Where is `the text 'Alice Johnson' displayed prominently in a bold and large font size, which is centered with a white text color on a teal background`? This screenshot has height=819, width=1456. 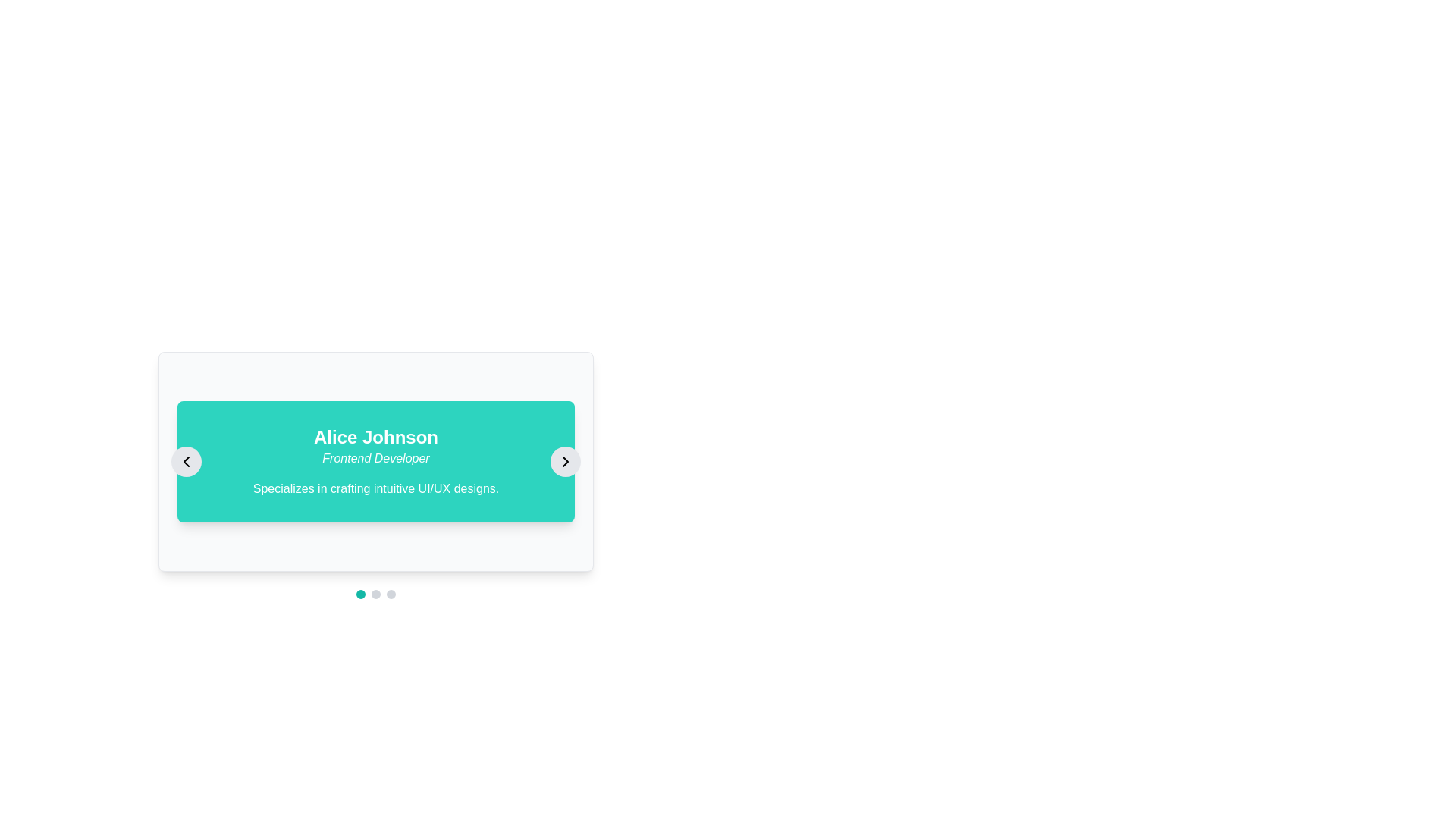 the text 'Alice Johnson' displayed prominently in a bold and large font size, which is centered with a white text color on a teal background is located at coordinates (375, 438).